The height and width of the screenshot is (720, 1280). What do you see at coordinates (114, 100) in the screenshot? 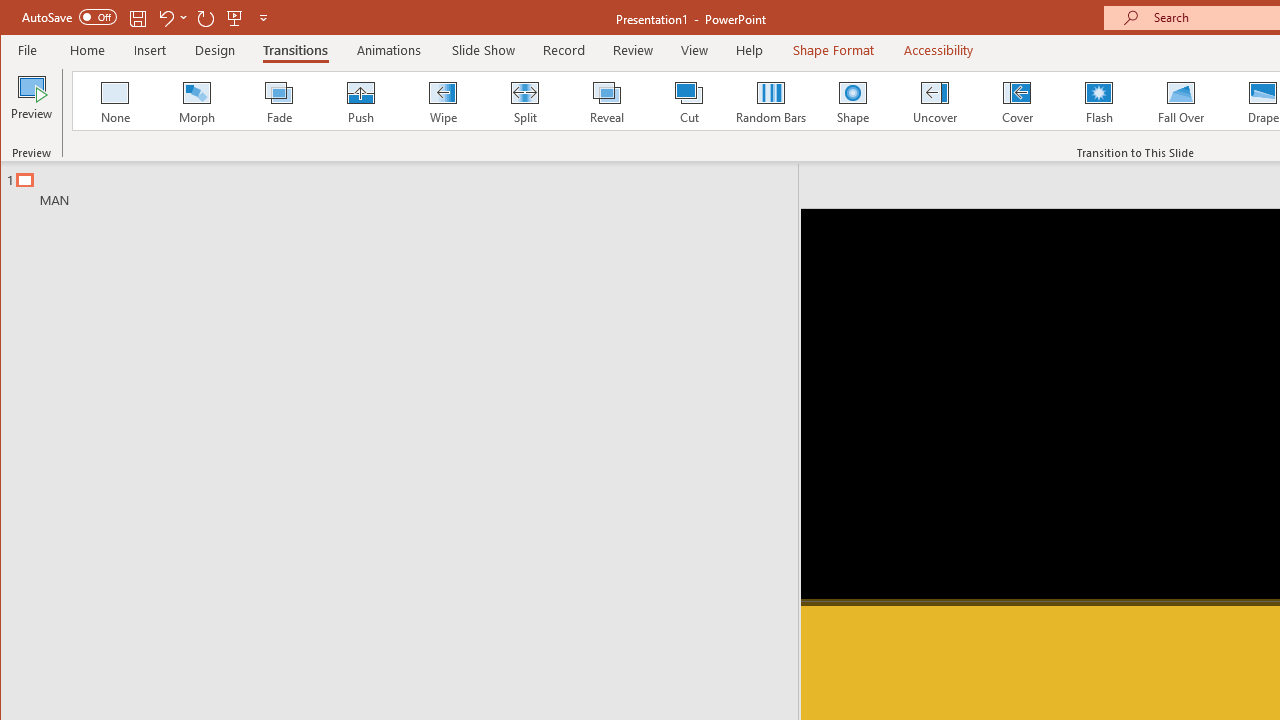
I see `'None'` at bounding box center [114, 100].